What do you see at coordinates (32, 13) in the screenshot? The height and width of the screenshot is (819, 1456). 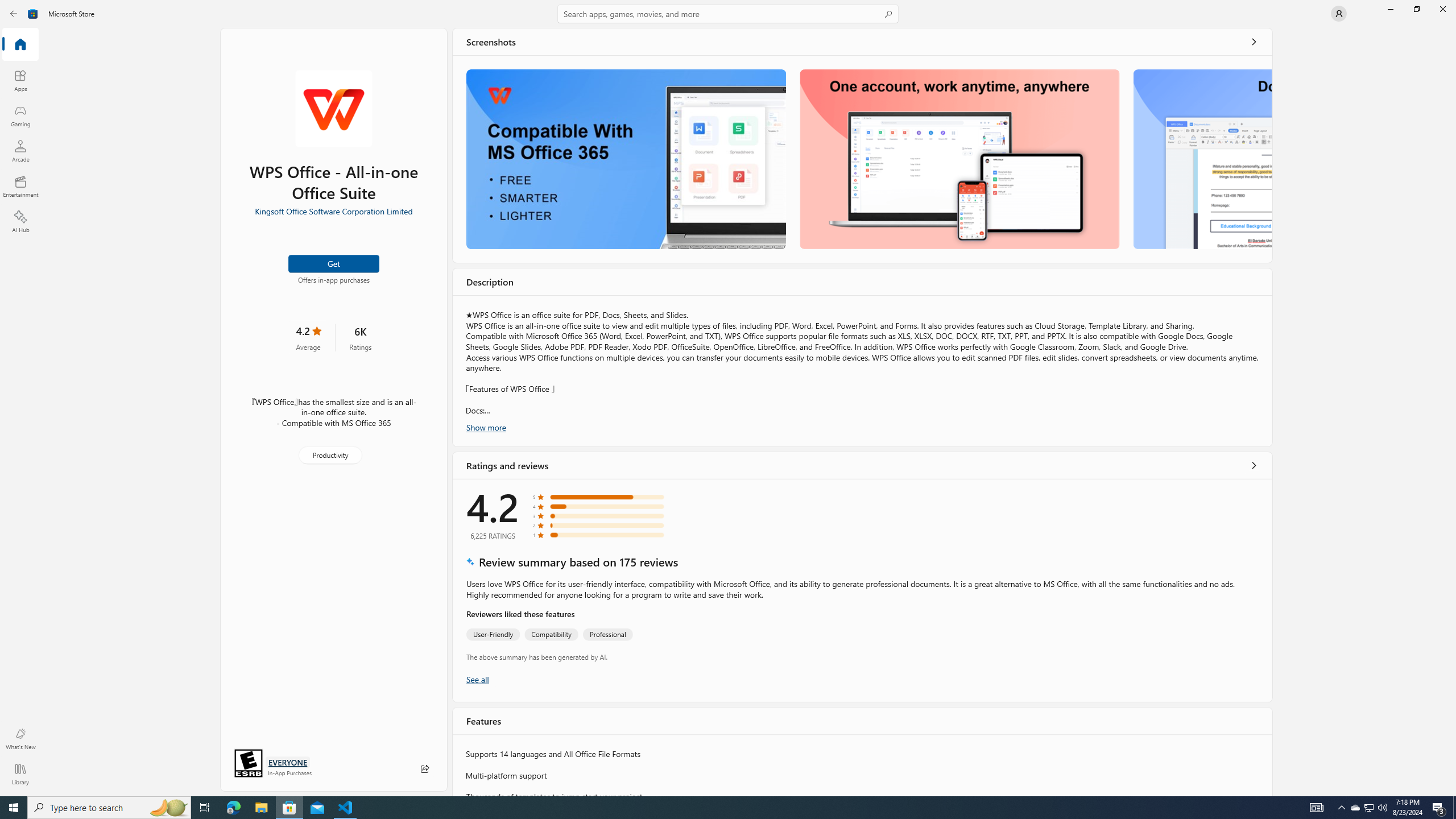 I see `'Class: Image'` at bounding box center [32, 13].